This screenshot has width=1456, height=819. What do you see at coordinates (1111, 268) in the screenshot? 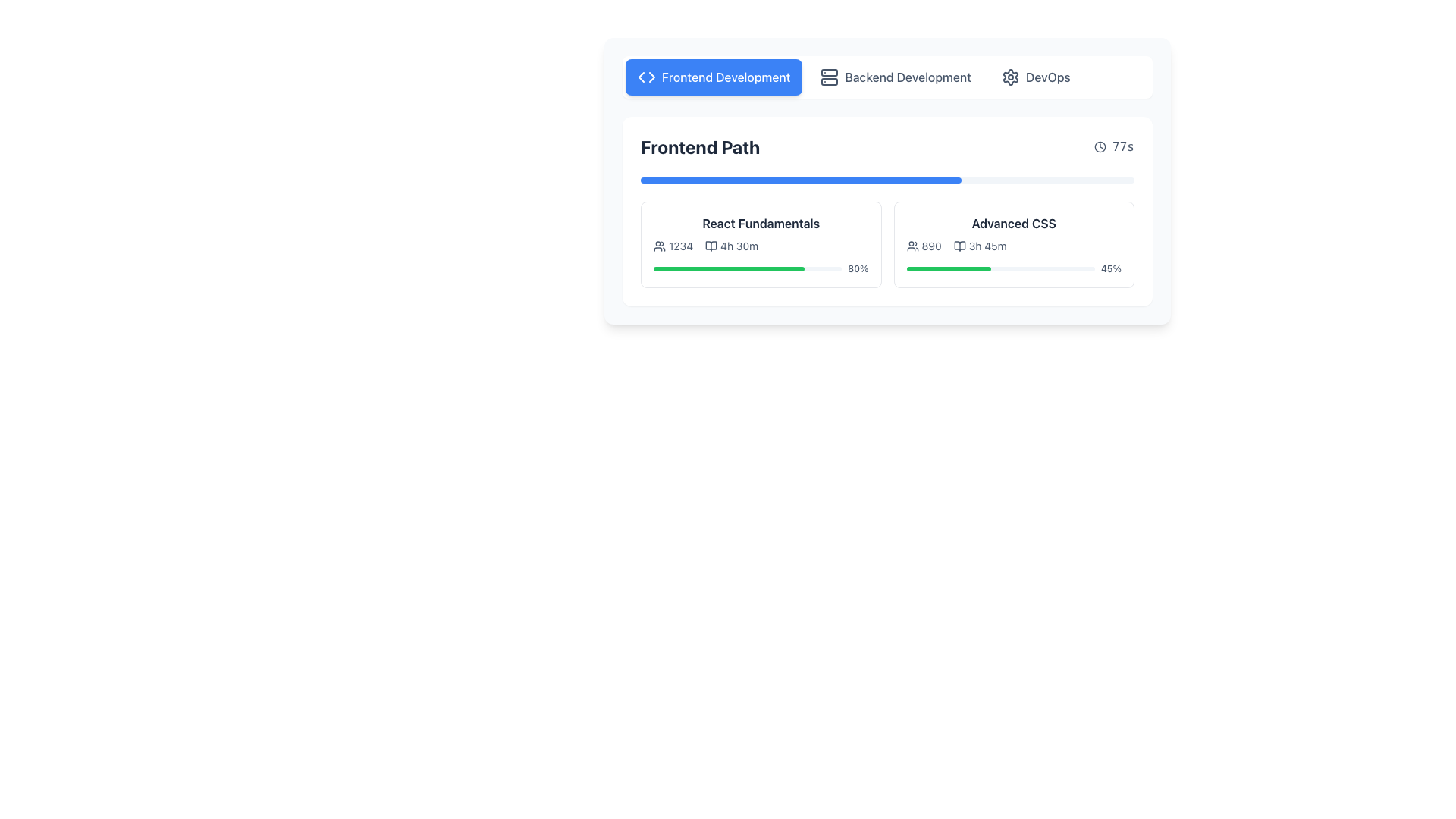
I see `the Text Display Element that shows the percentage of progress achieved, located in the bottom-right section of the 'Advanced CSS' card, next to the progress bar` at bounding box center [1111, 268].